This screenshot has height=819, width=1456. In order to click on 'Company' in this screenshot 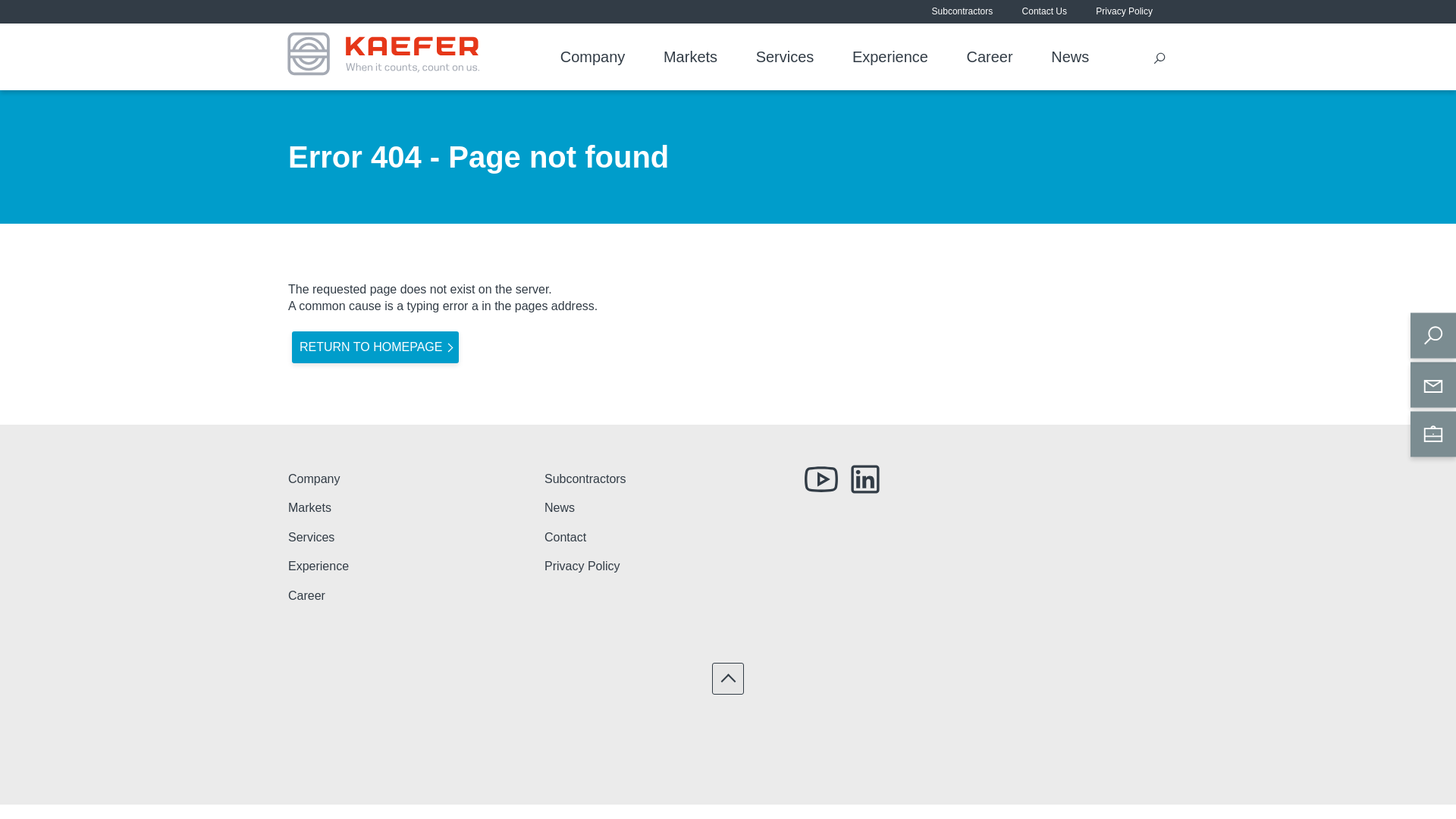, I will do `click(592, 57)`.